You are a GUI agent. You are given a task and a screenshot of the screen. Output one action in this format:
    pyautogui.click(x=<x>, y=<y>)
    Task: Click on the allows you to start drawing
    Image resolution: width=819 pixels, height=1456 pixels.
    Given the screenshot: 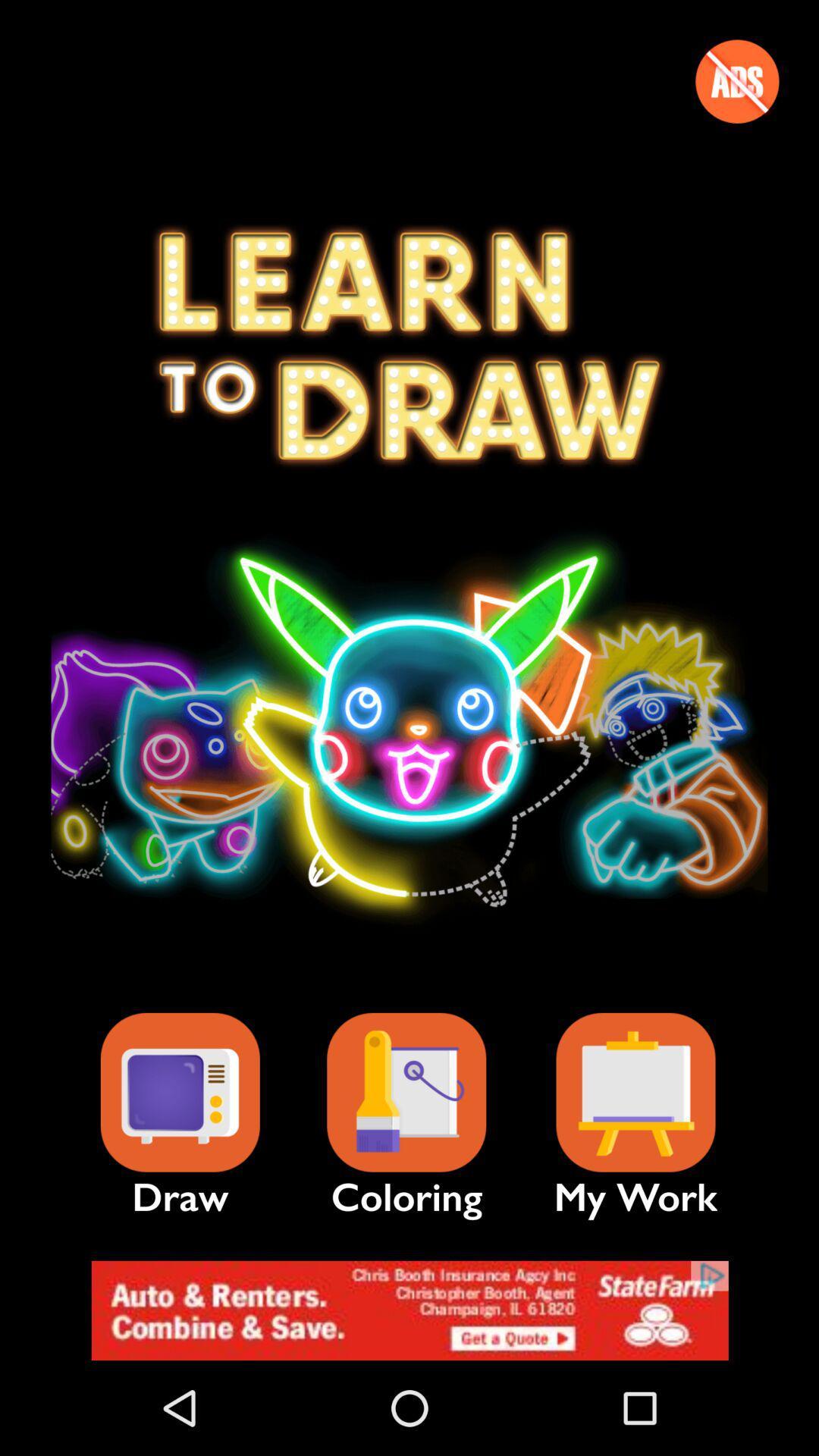 What is the action you would take?
    pyautogui.click(x=179, y=1093)
    